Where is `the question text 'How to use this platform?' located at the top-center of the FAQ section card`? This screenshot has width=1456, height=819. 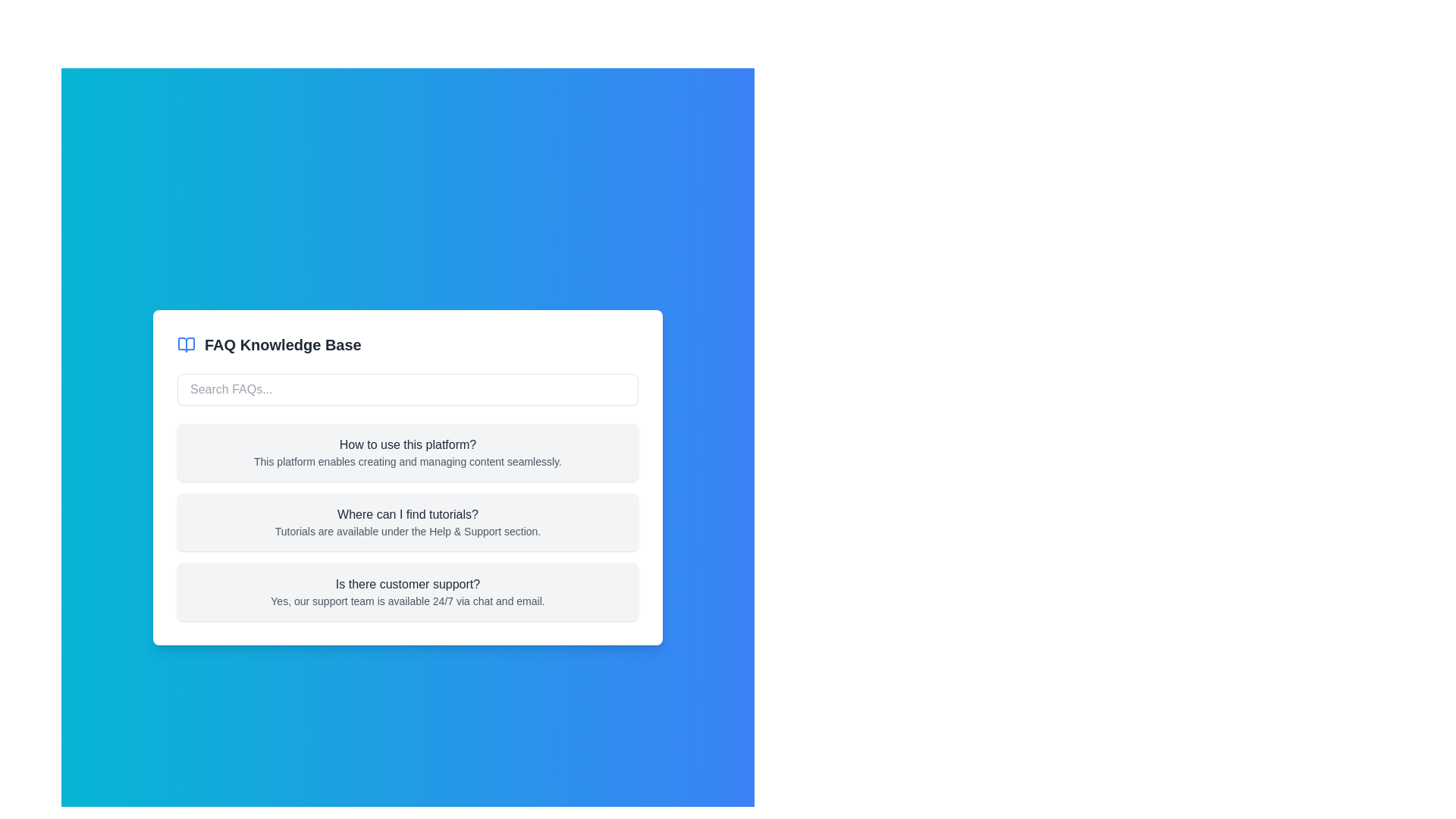 the question text 'How to use this platform?' located at the top-center of the FAQ section card is located at coordinates (407, 444).